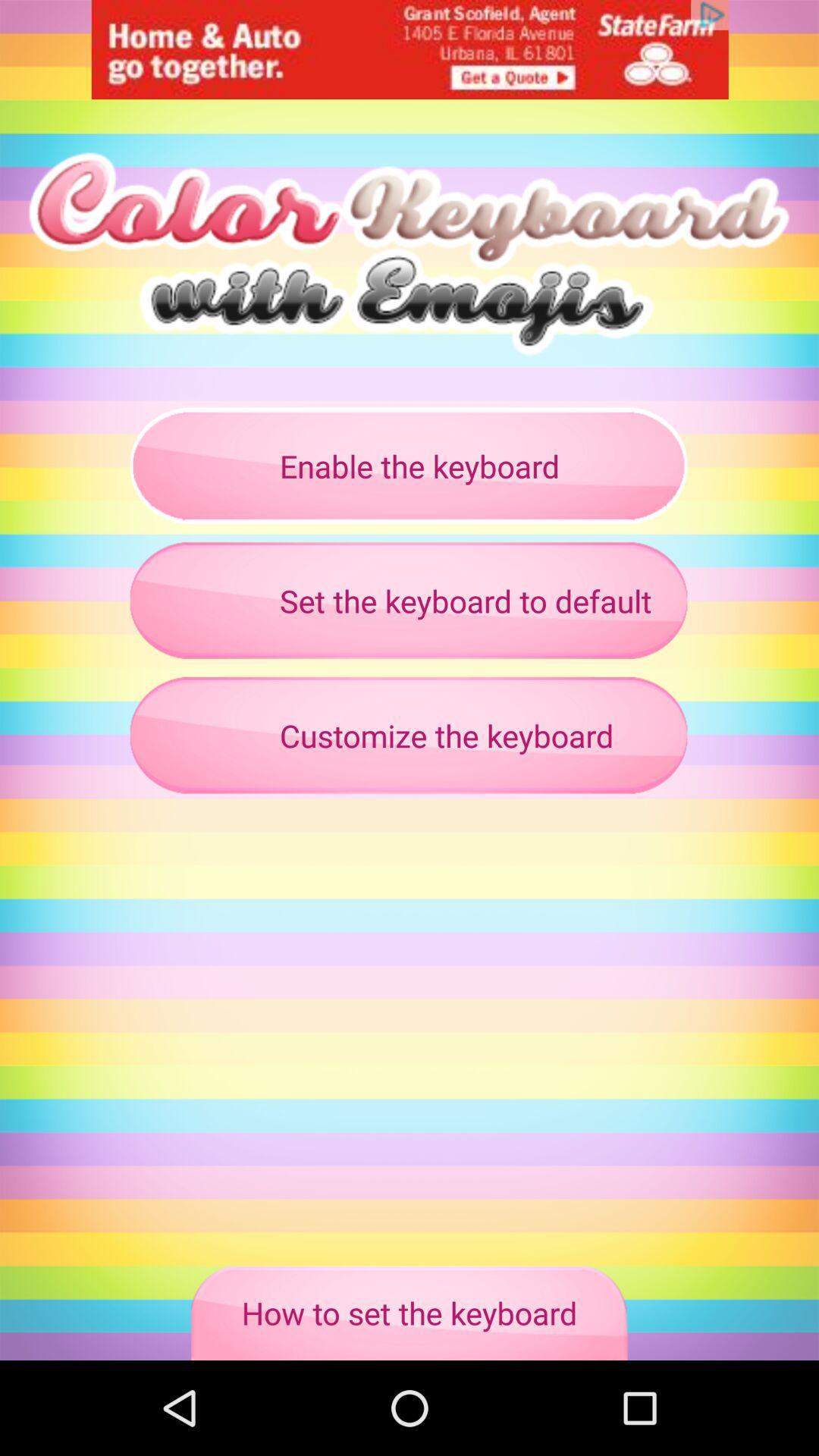 The image size is (819, 1456). I want to click on advertisement option, so click(409, 49).